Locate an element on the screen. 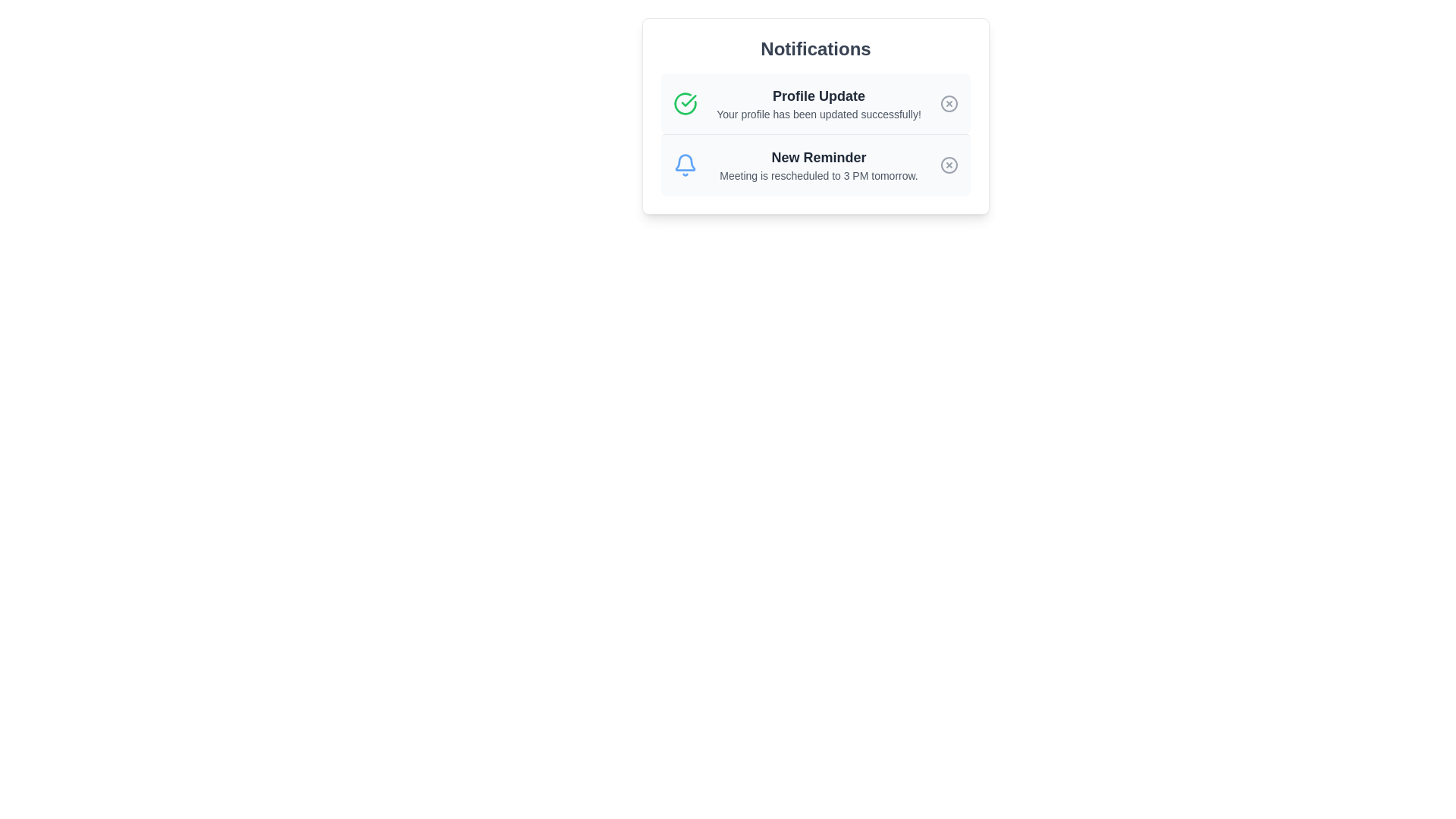 This screenshot has width=1456, height=819. the small green checkmark icon, part of the notification item indicating completion, located to the left of the 'Profile Update' text is located at coordinates (688, 100).